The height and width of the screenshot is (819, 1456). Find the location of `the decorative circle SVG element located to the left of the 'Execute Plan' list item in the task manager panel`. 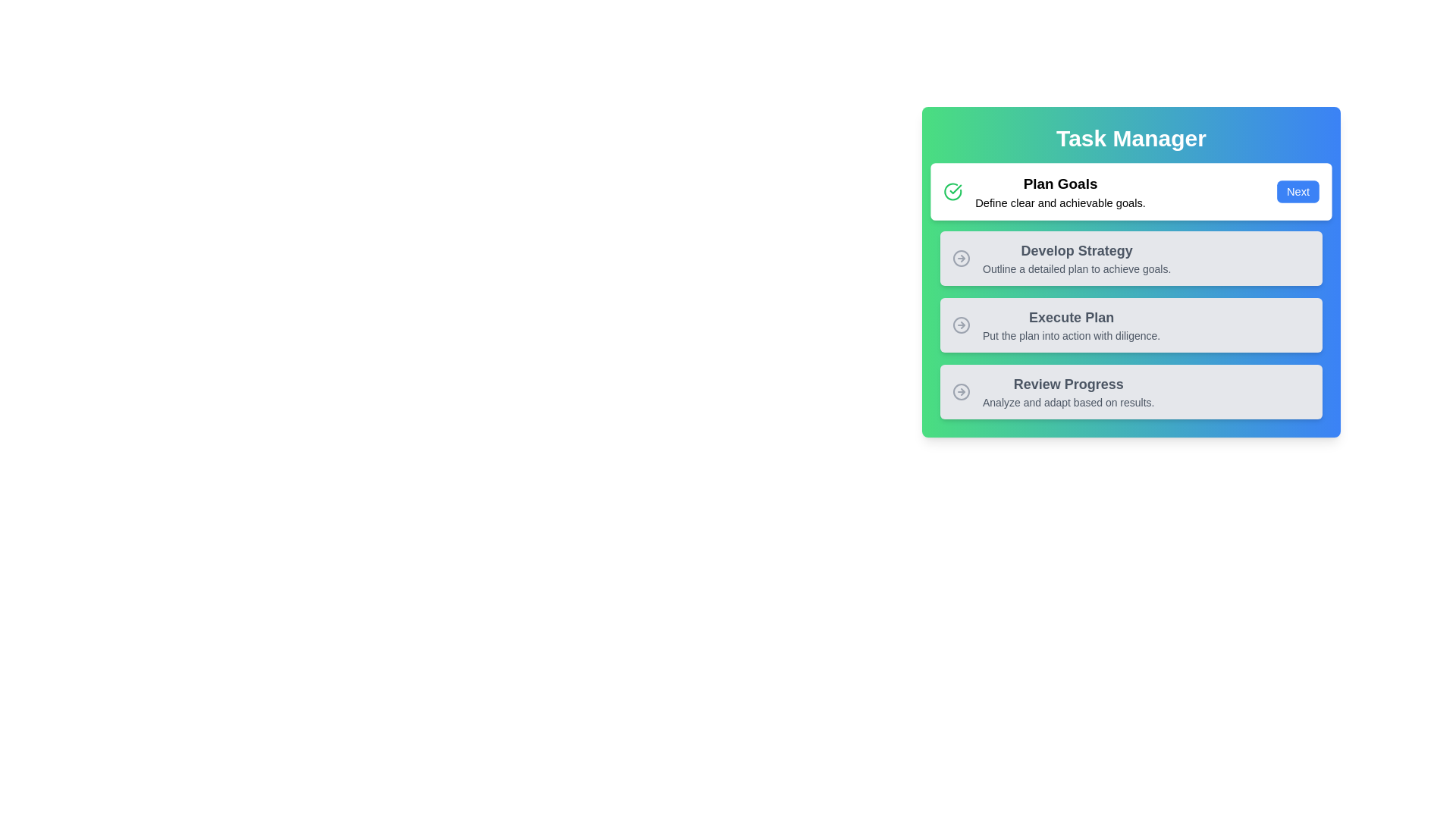

the decorative circle SVG element located to the left of the 'Execute Plan' list item in the task manager panel is located at coordinates (960, 324).